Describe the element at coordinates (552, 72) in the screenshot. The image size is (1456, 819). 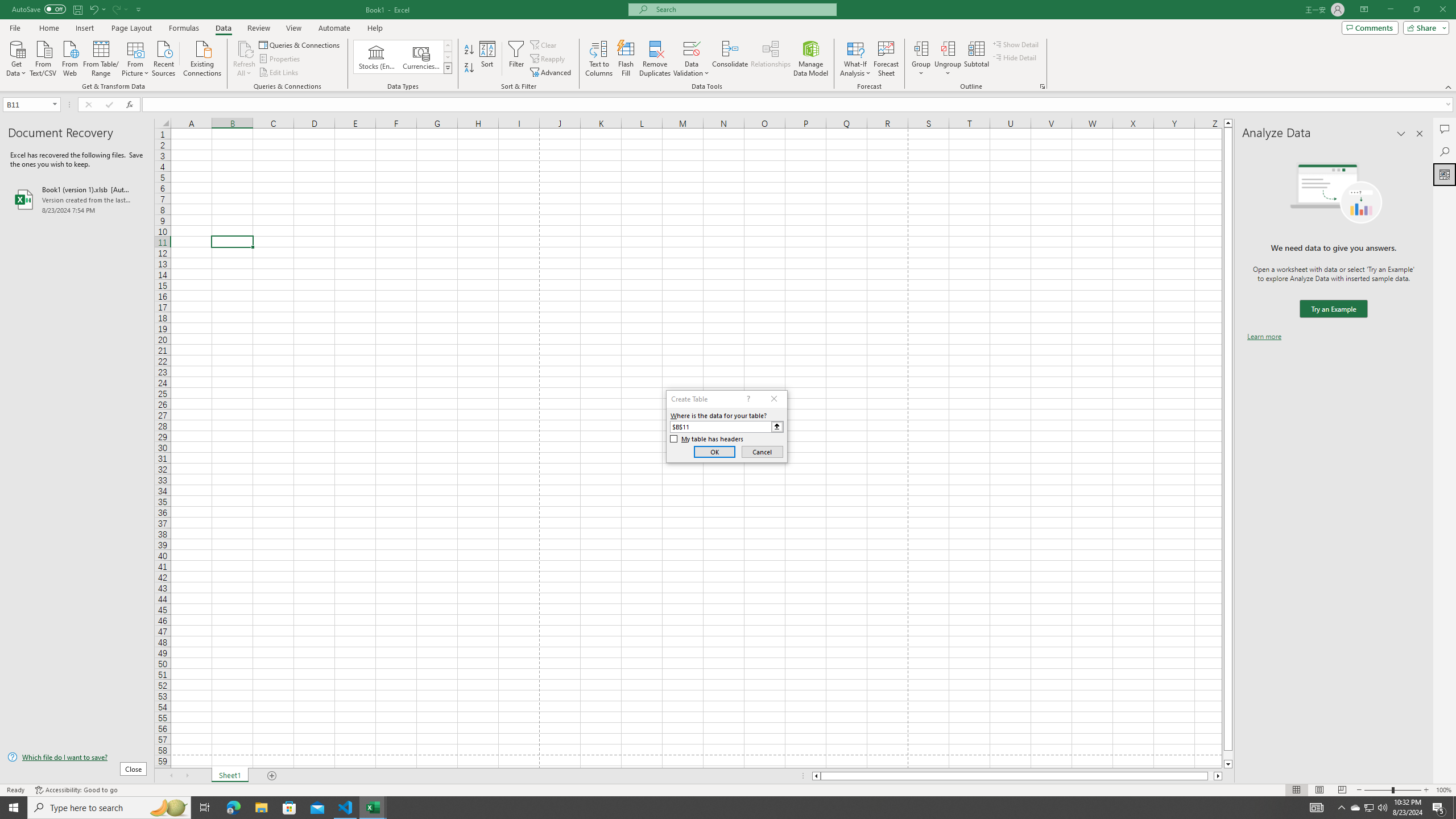
I see `'Advanced...'` at that location.